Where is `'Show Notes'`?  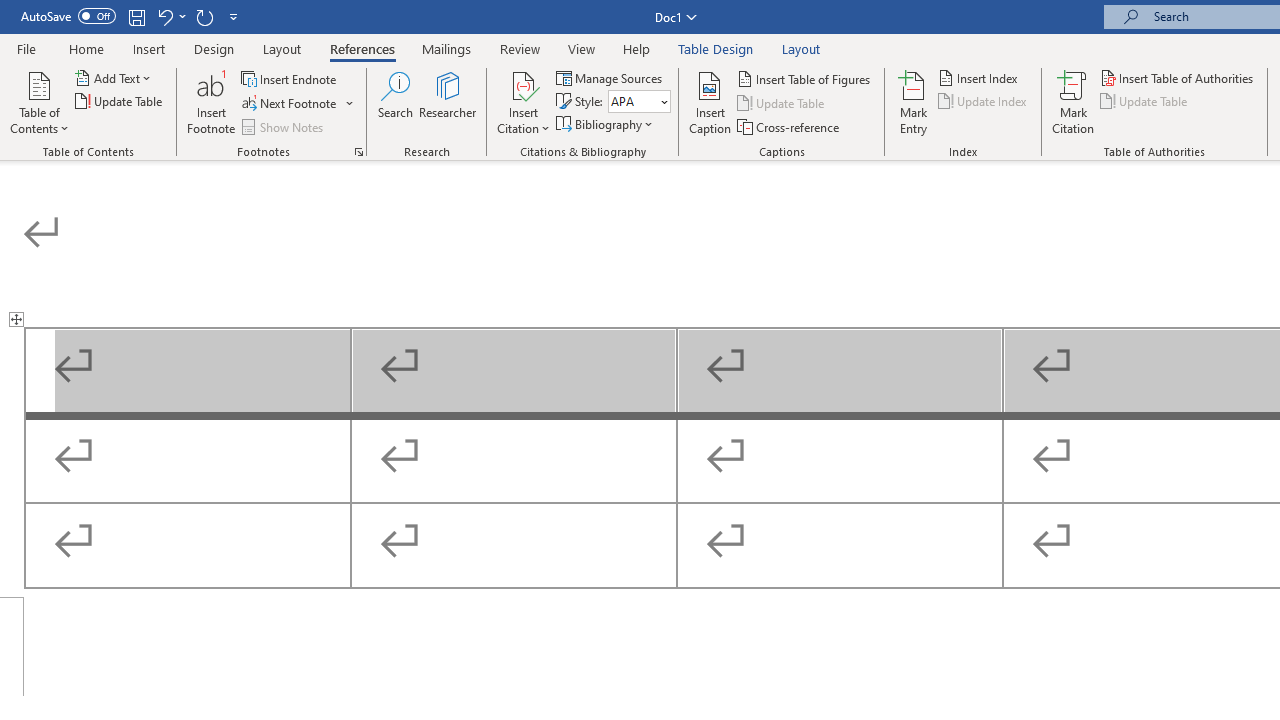 'Show Notes' is located at coordinates (283, 127).